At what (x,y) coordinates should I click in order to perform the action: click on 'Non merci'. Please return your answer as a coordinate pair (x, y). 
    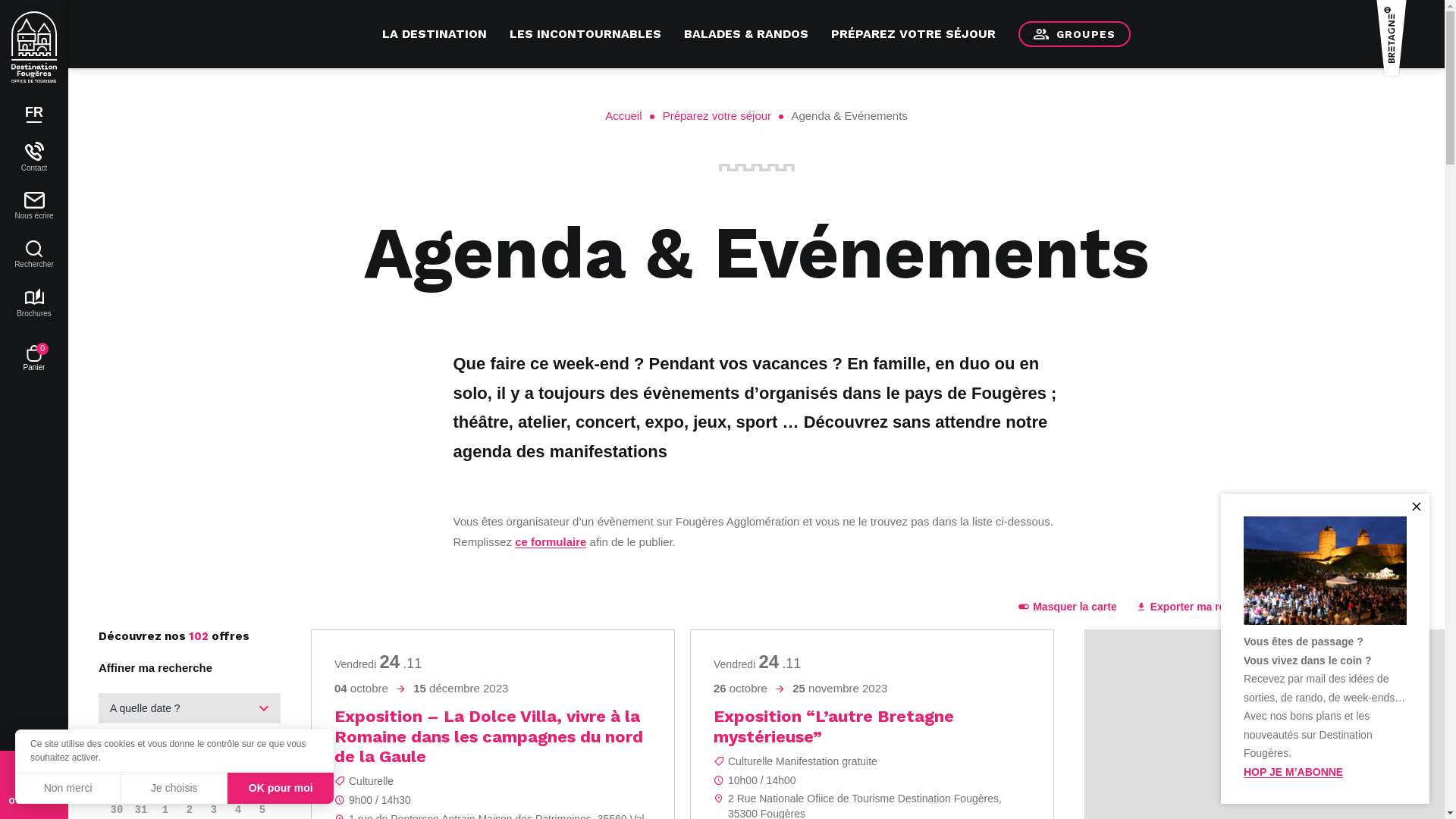
    Looking at the image, I should click on (67, 786).